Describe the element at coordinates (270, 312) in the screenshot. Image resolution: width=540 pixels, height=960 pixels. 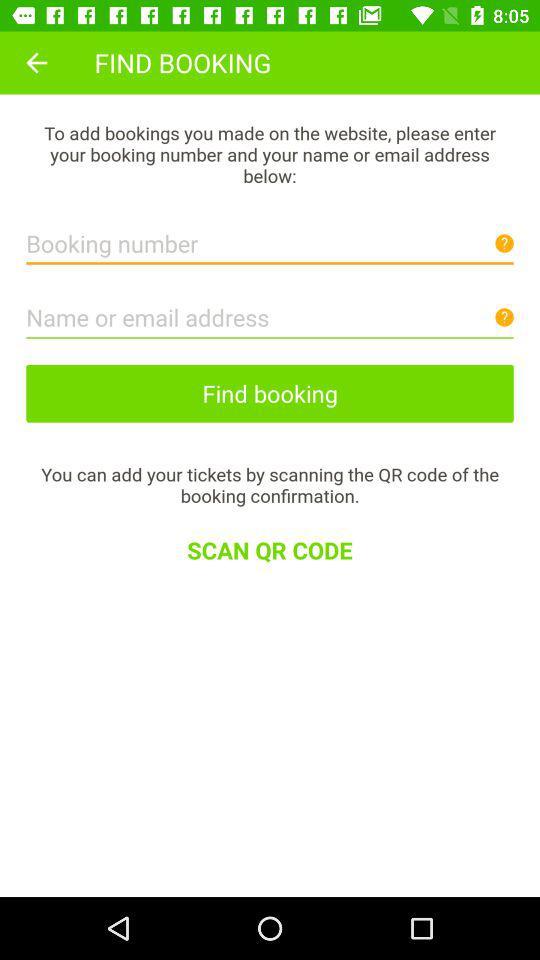
I see `name or email address` at that location.